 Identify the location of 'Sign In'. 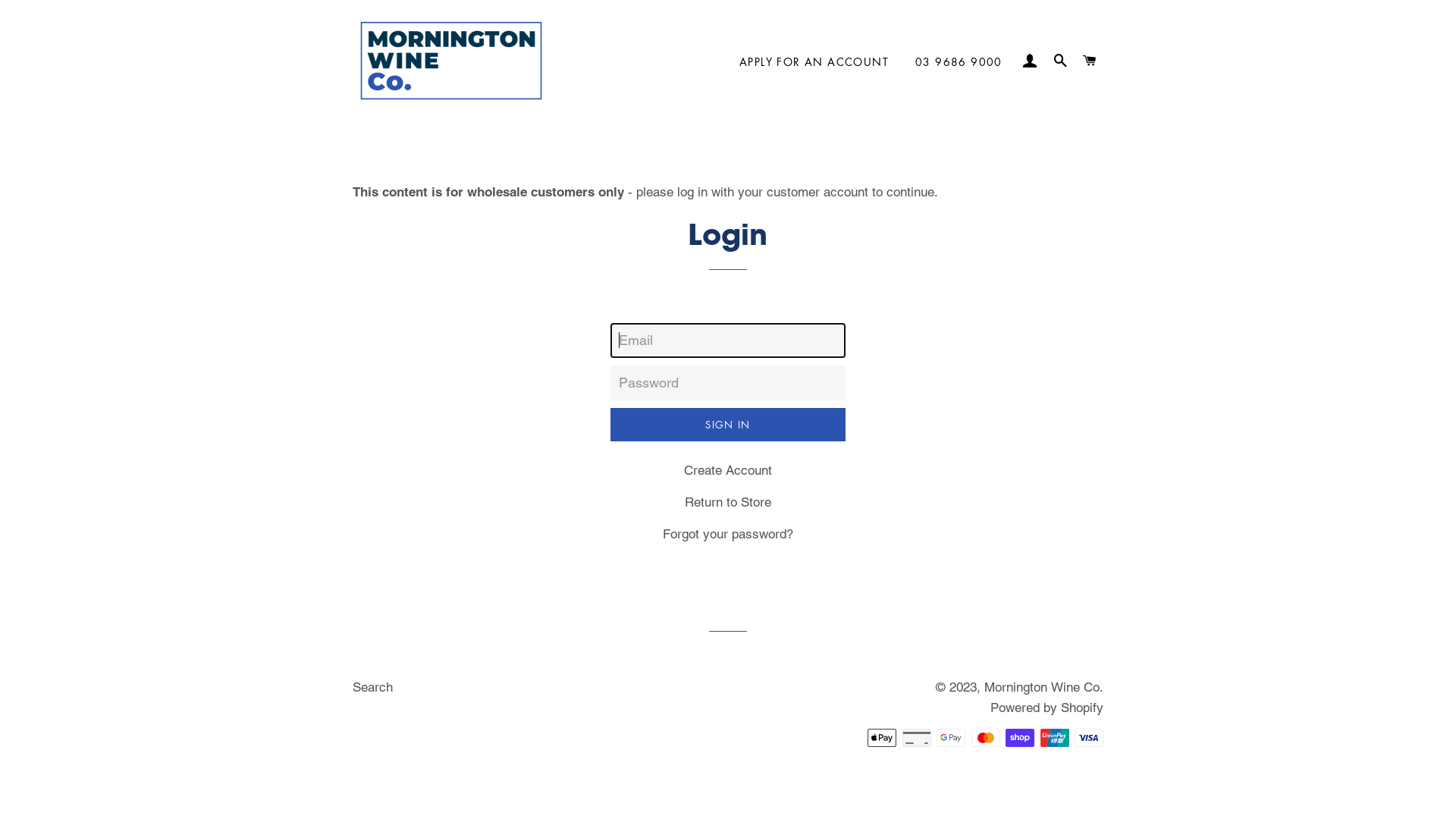
(728, 424).